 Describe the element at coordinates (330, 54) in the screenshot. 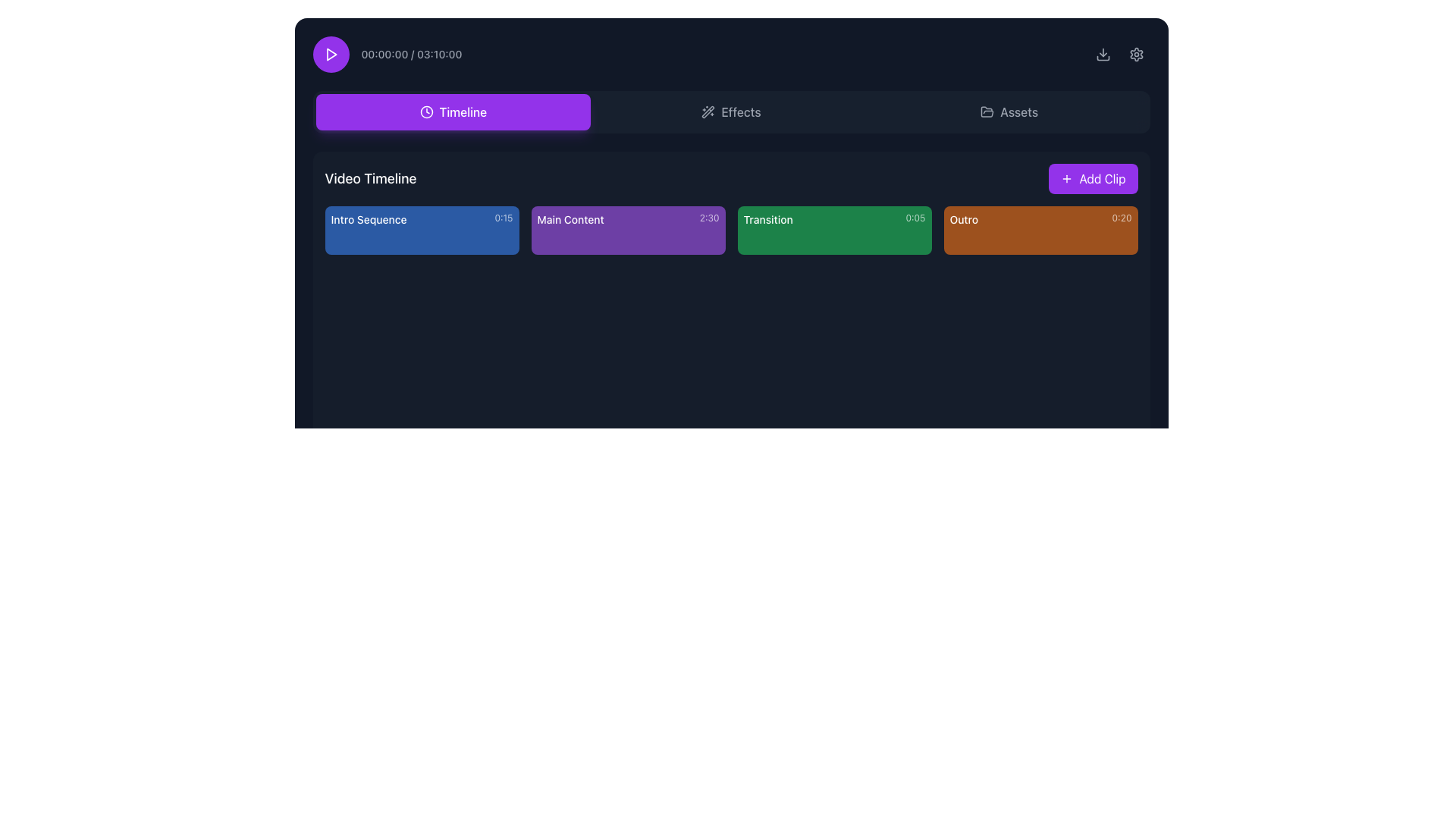

I see `the play icon, which is a small triangular icon inside a circular purple button located in the upper left section of the interface, to initiate playback` at that location.